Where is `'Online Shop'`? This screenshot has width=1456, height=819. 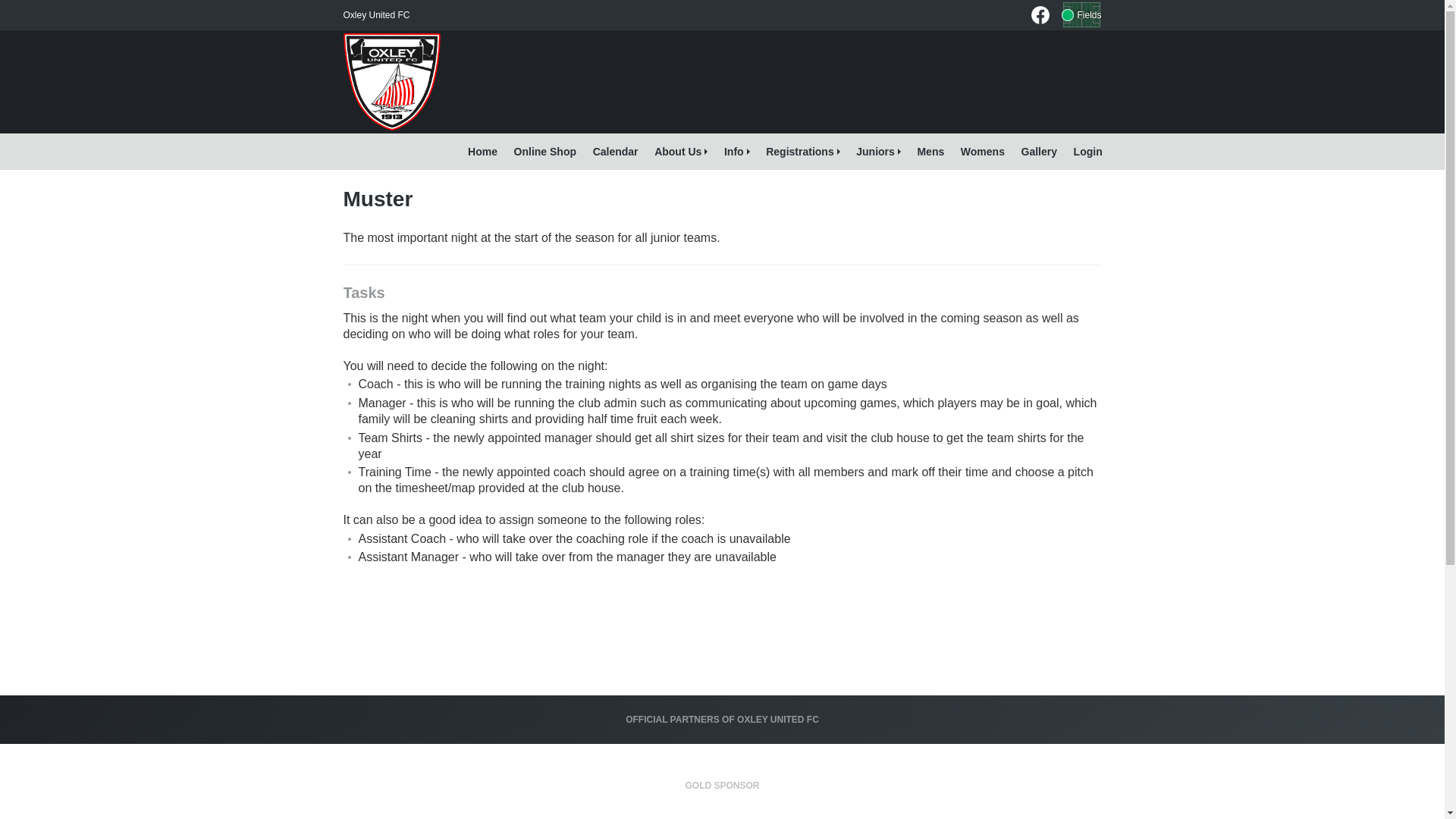 'Online Shop' is located at coordinates (545, 152).